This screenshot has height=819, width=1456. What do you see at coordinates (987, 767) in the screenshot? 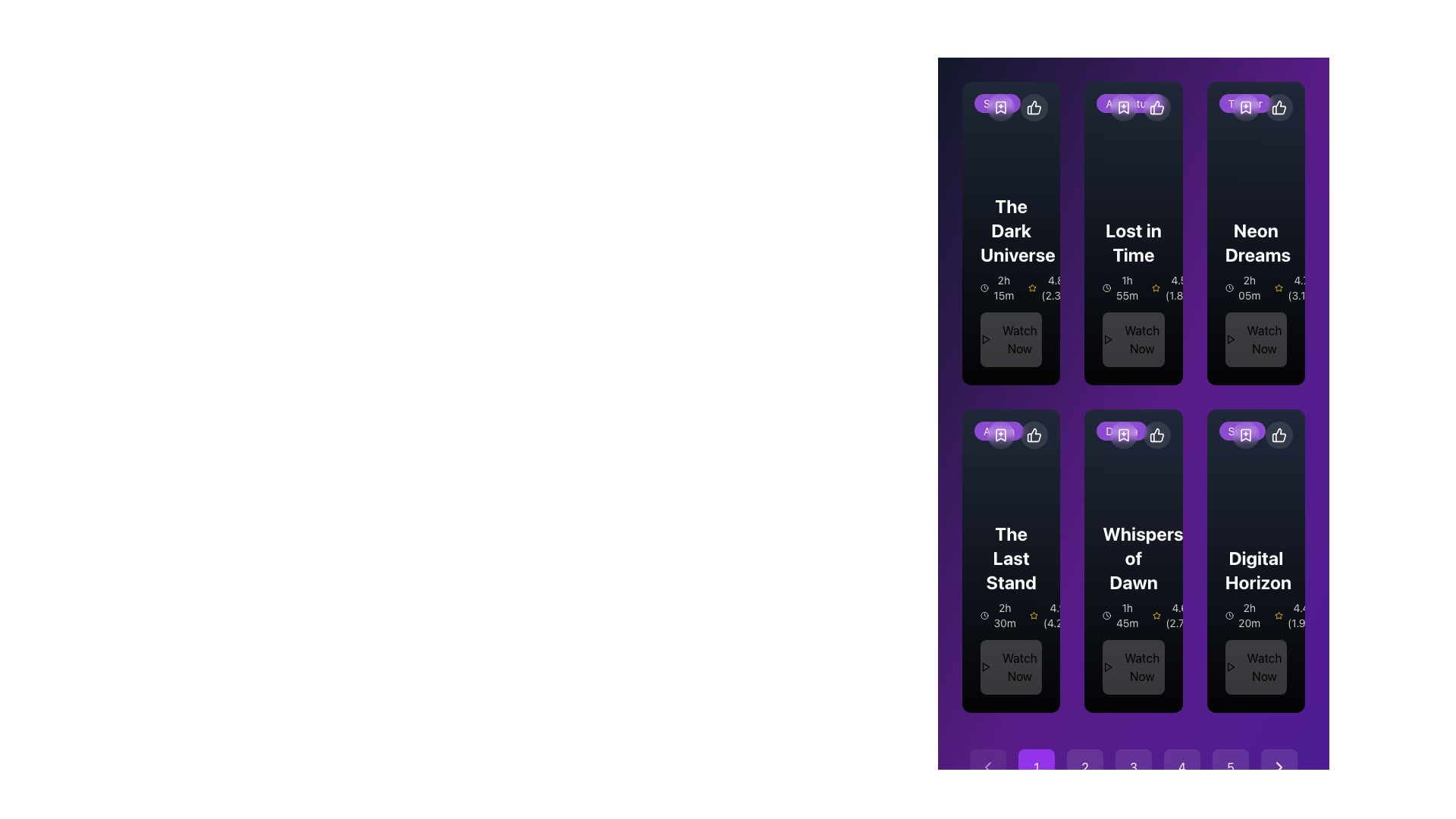
I see `the left-facing chevron button with a semi-transparent dark background located in the bottom center navigation bar to trigger the hover effect` at bounding box center [987, 767].